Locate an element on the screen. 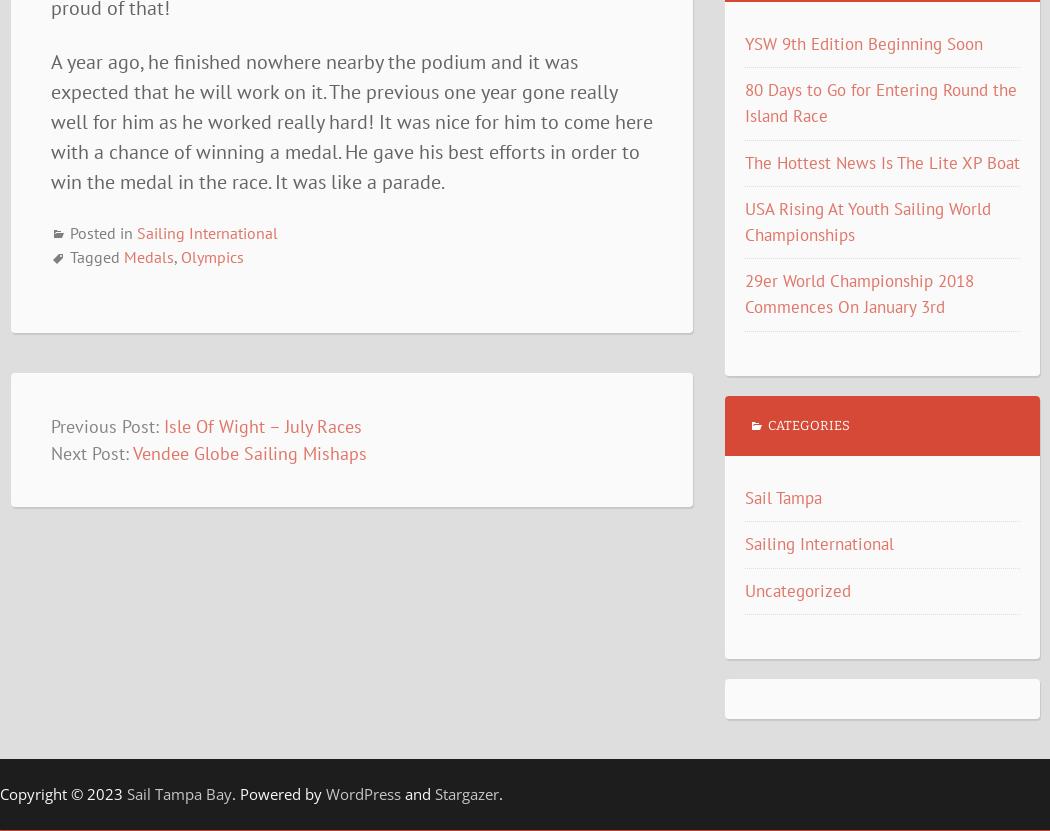  'USA Rising At Youth Sailing World Championships' is located at coordinates (865, 221).